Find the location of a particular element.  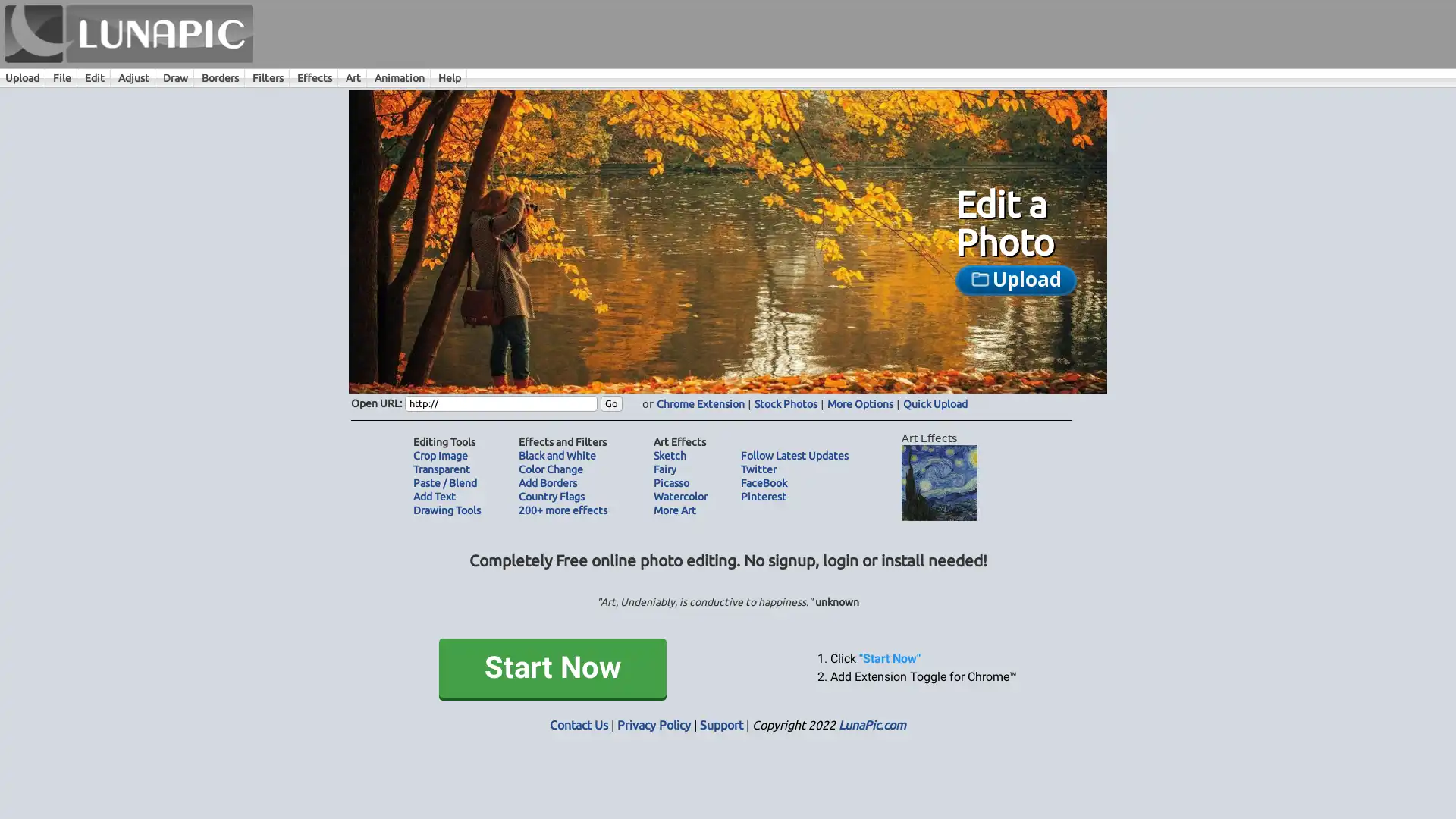

Go is located at coordinates (611, 403).